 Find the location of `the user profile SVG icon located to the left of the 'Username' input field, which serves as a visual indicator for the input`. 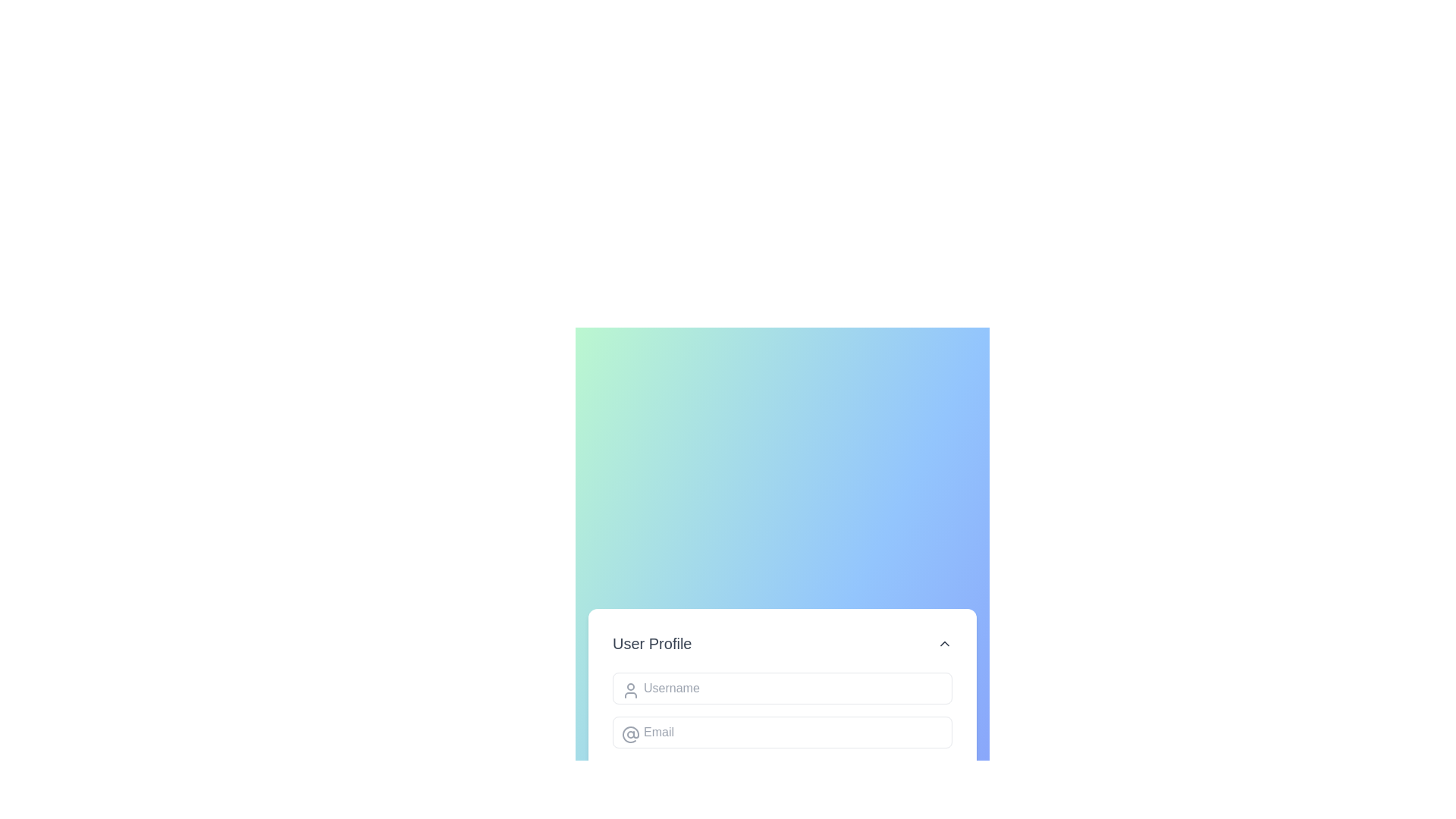

the user profile SVG icon located to the left of the 'Username' input field, which serves as a visual indicator for the input is located at coordinates (630, 690).